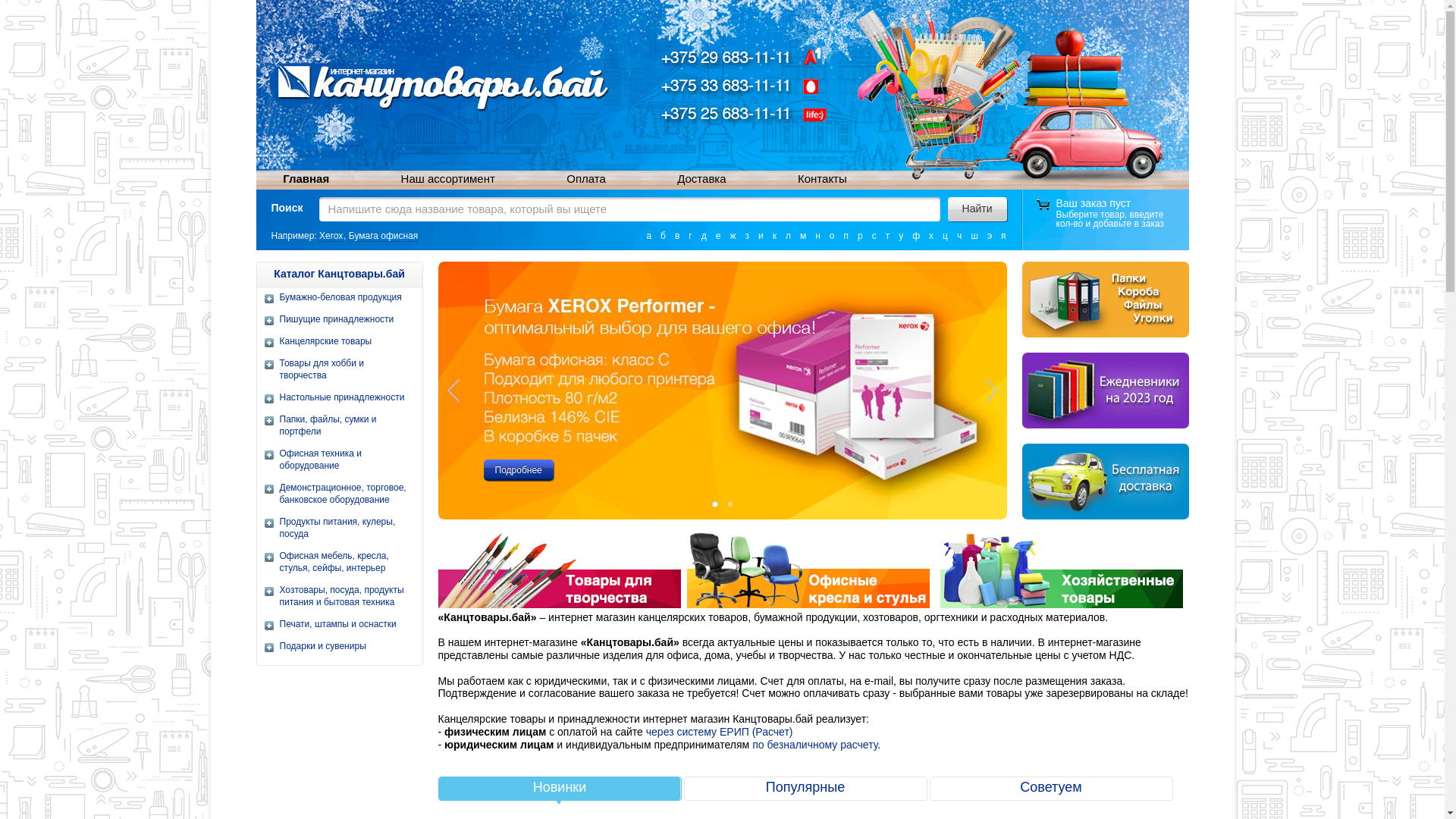  Describe the element at coordinates (705, 504) in the screenshot. I see `'1'` at that location.